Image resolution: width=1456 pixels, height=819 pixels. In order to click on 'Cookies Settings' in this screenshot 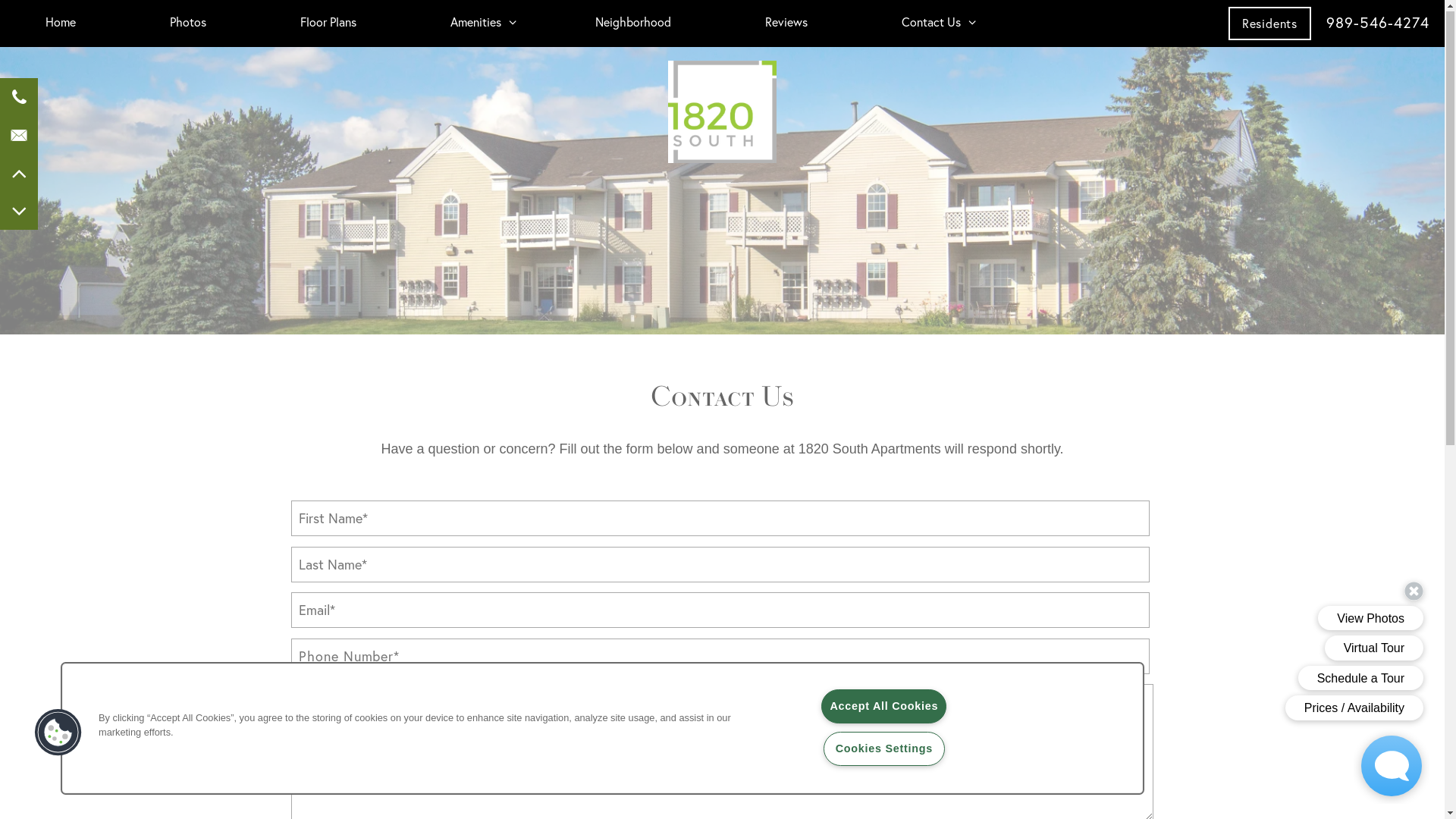, I will do `click(884, 748)`.